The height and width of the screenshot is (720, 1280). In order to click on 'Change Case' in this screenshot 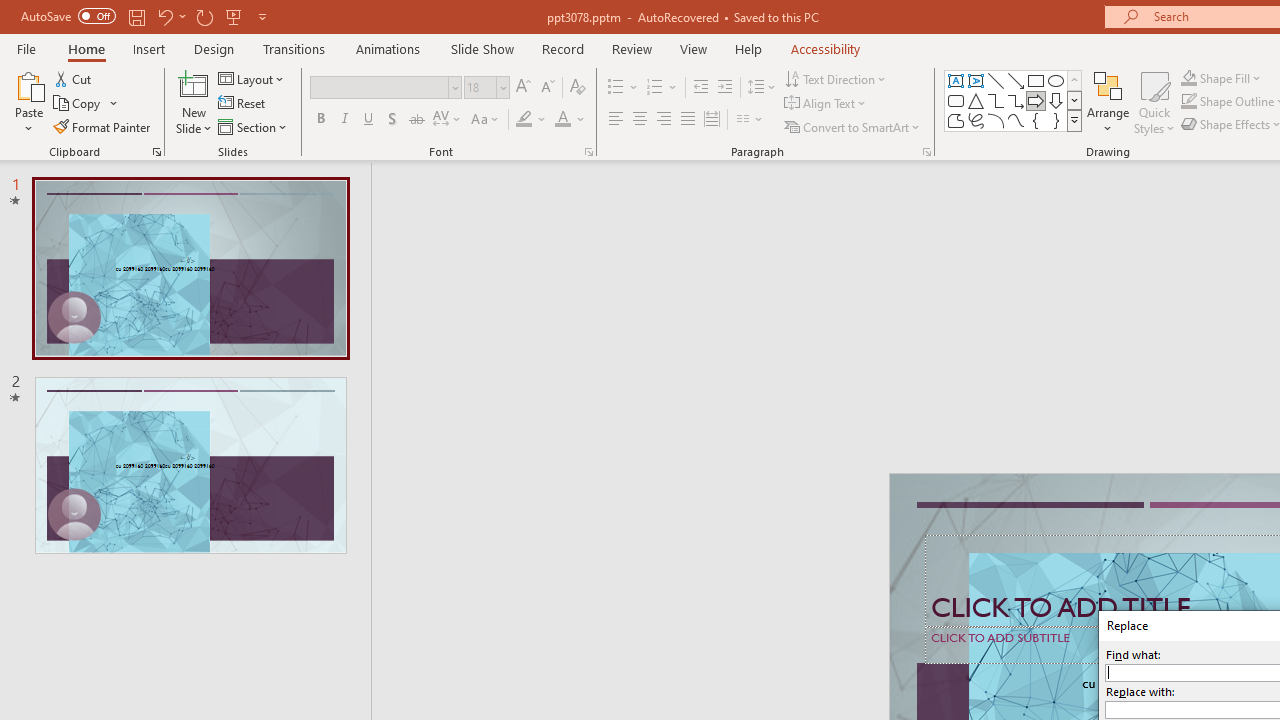, I will do `click(486, 119)`.